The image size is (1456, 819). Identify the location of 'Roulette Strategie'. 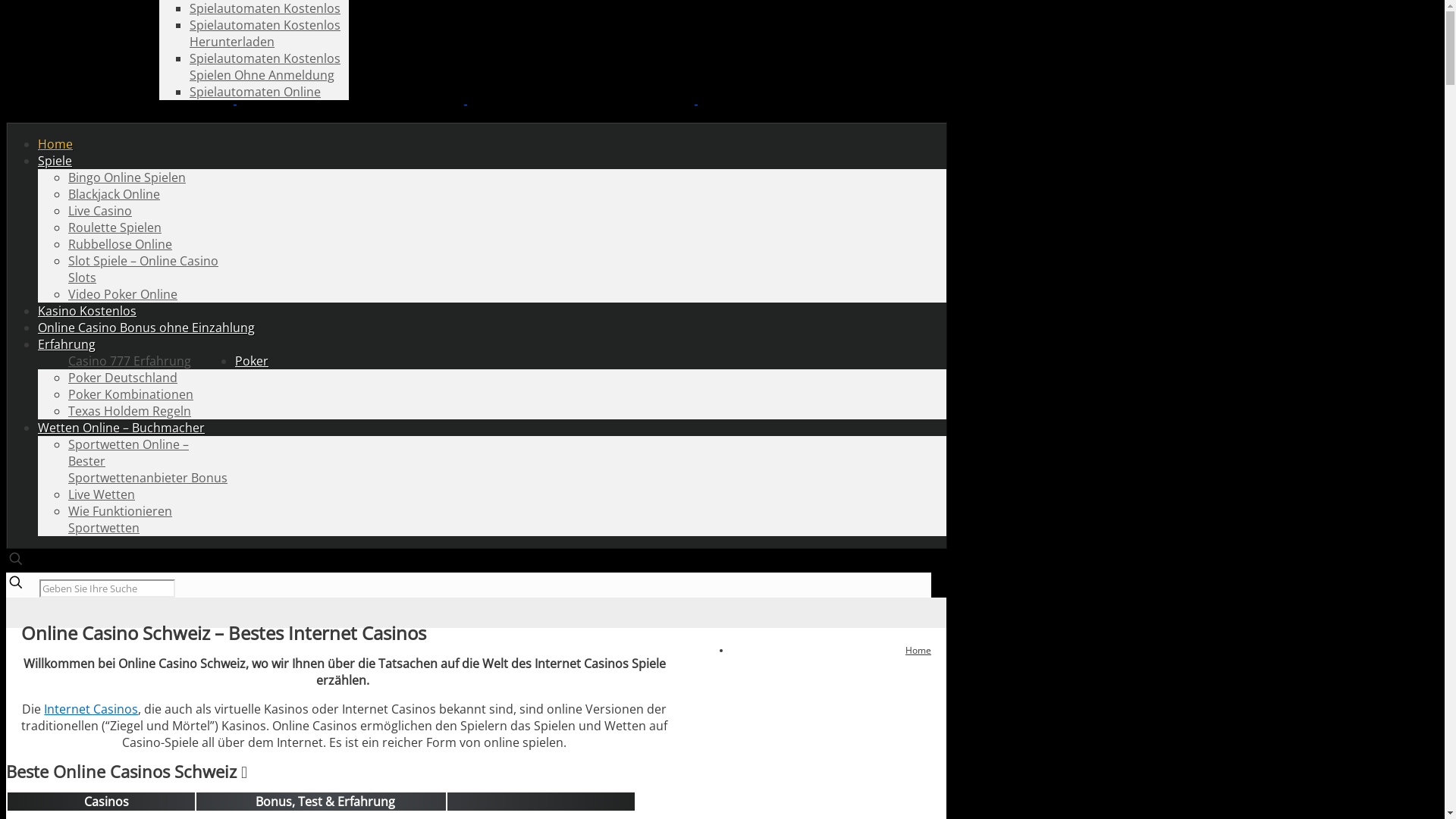
(240, 8).